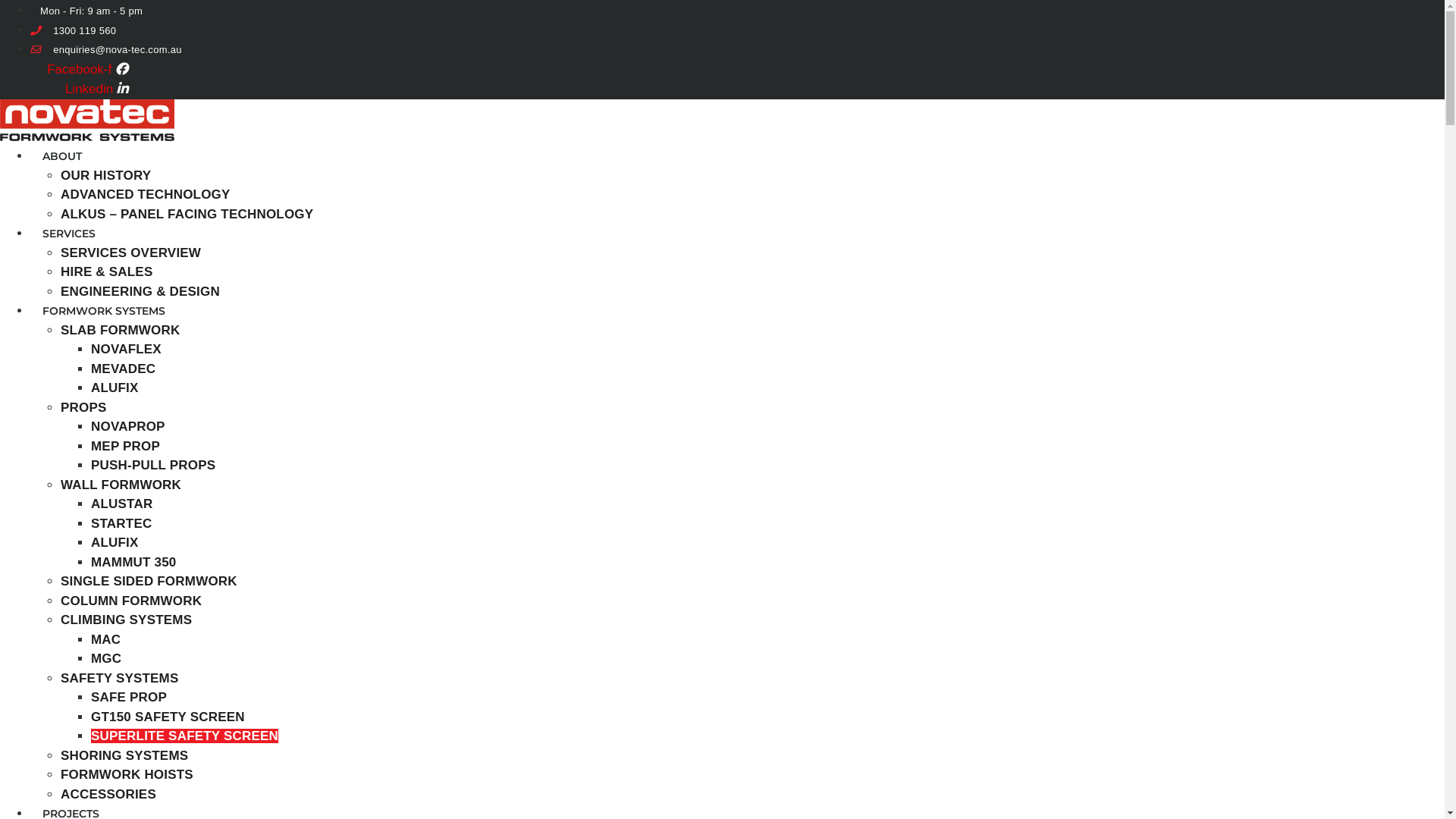 The image size is (1456, 819). Describe the element at coordinates (120, 485) in the screenshot. I see `'WALL FORMWORK'` at that location.